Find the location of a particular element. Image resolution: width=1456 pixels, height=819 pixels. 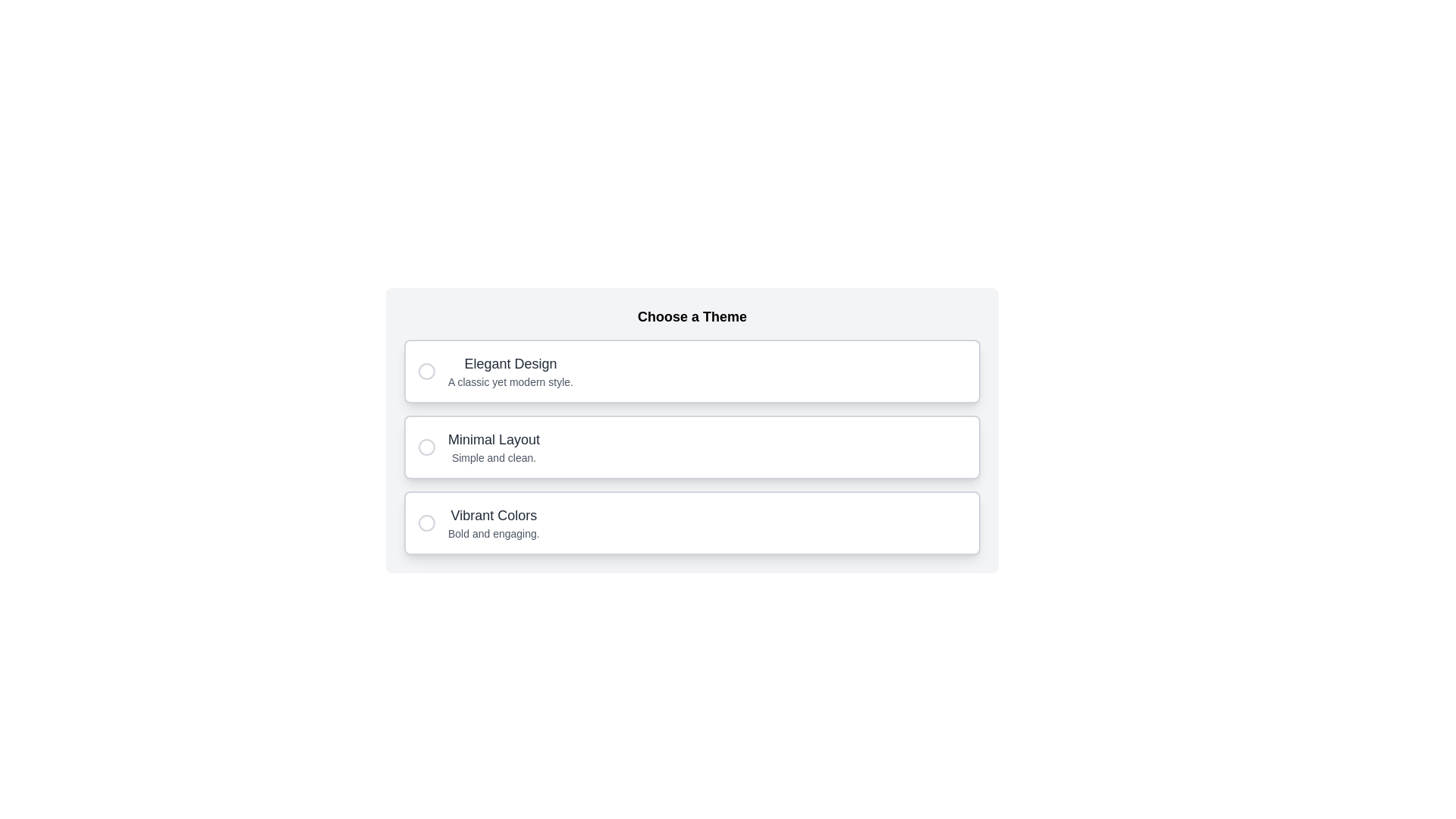

the 'Elegant Design' label, which is the first card in a vertical list is located at coordinates (510, 371).